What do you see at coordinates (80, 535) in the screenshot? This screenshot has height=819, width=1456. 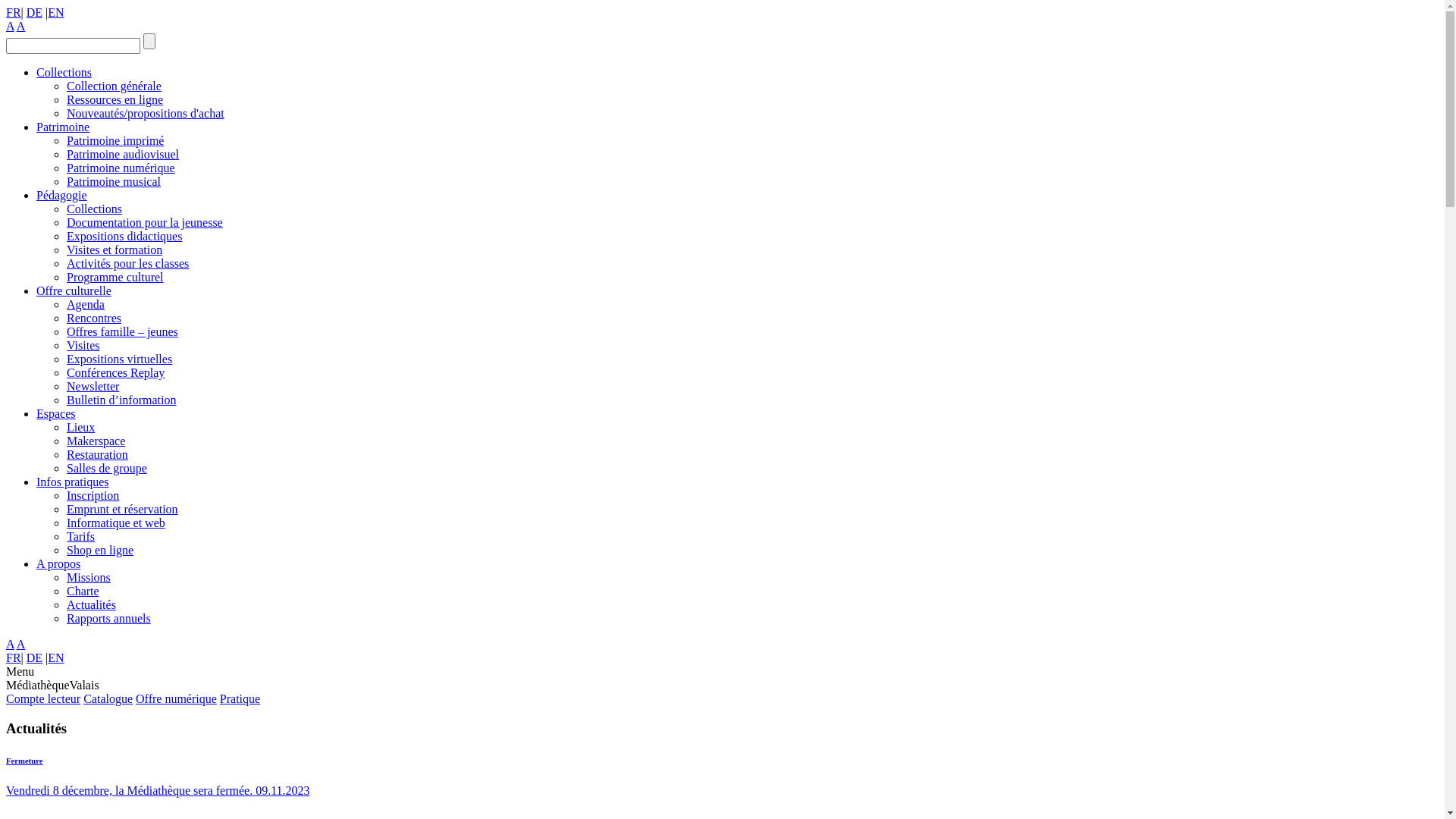 I see `'Tarifs'` at bounding box center [80, 535].